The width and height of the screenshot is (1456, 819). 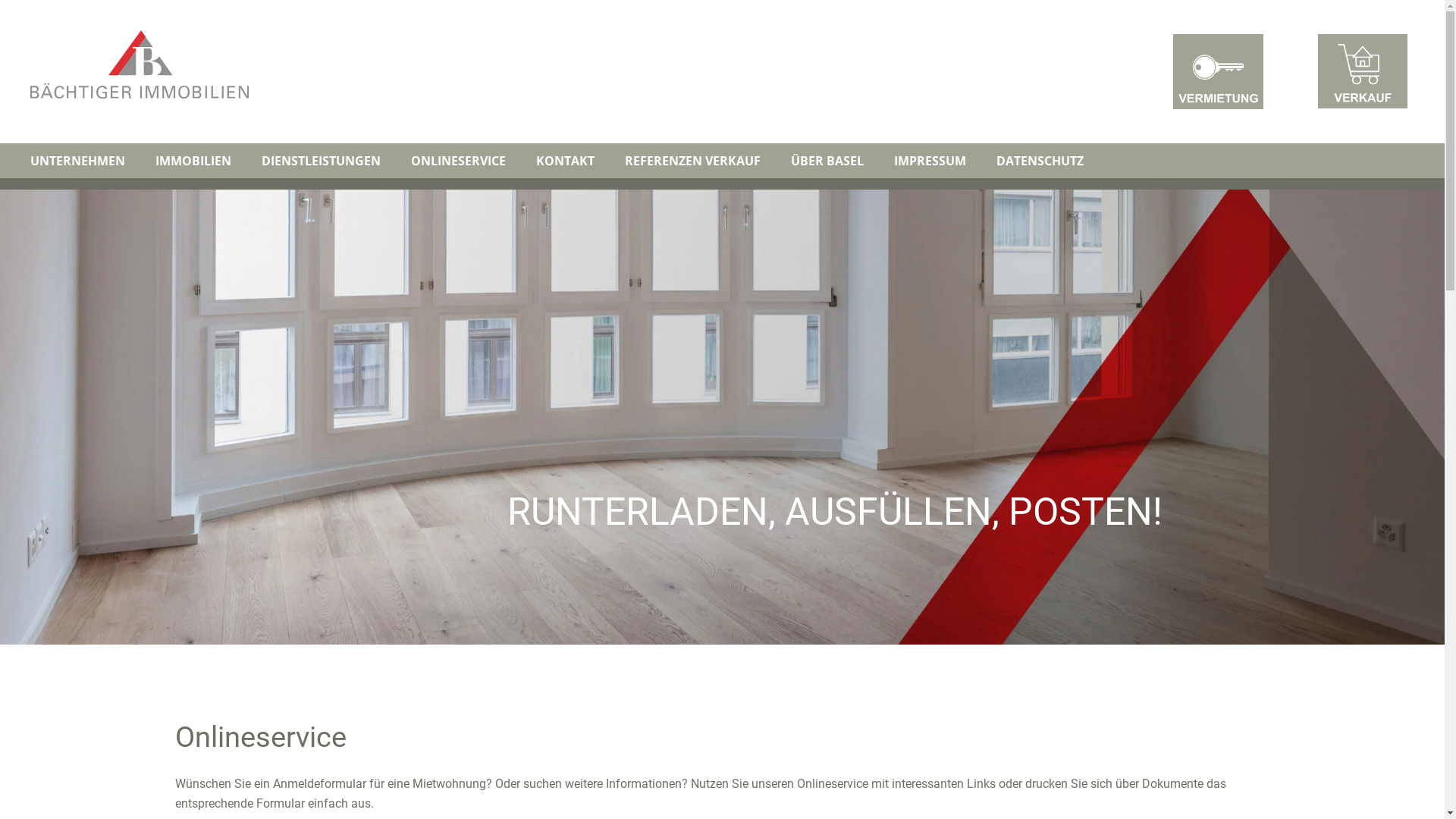 I want to click on 'KONTAKT', so click(x=564, y=161).